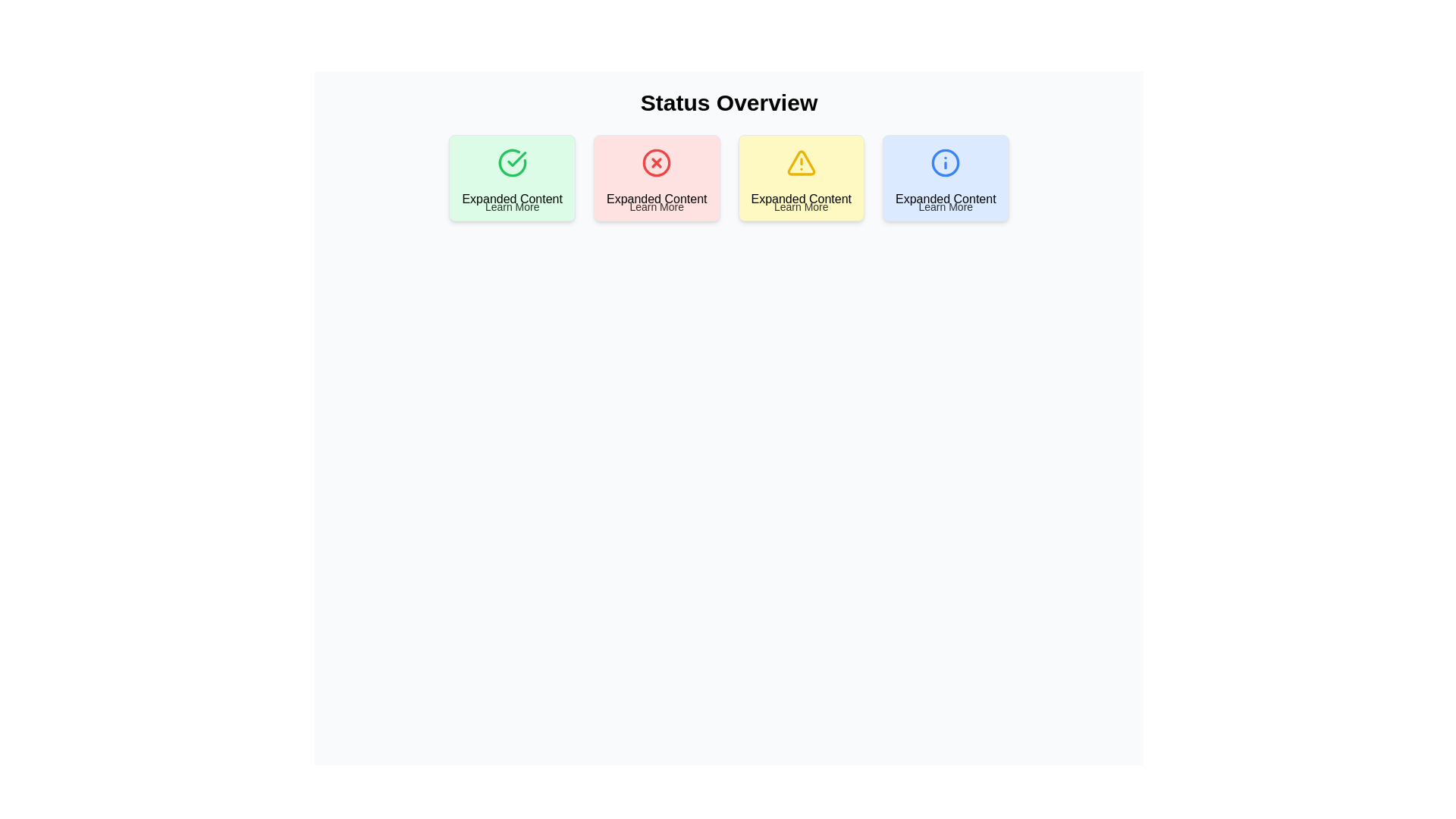 This screenshot has height=819, width=1456. What do you see at coordinates (800, 163) in the screenshot?
I see `the central warning icon within the third status indicator box from the left for information` at bounding box center [800, 163].